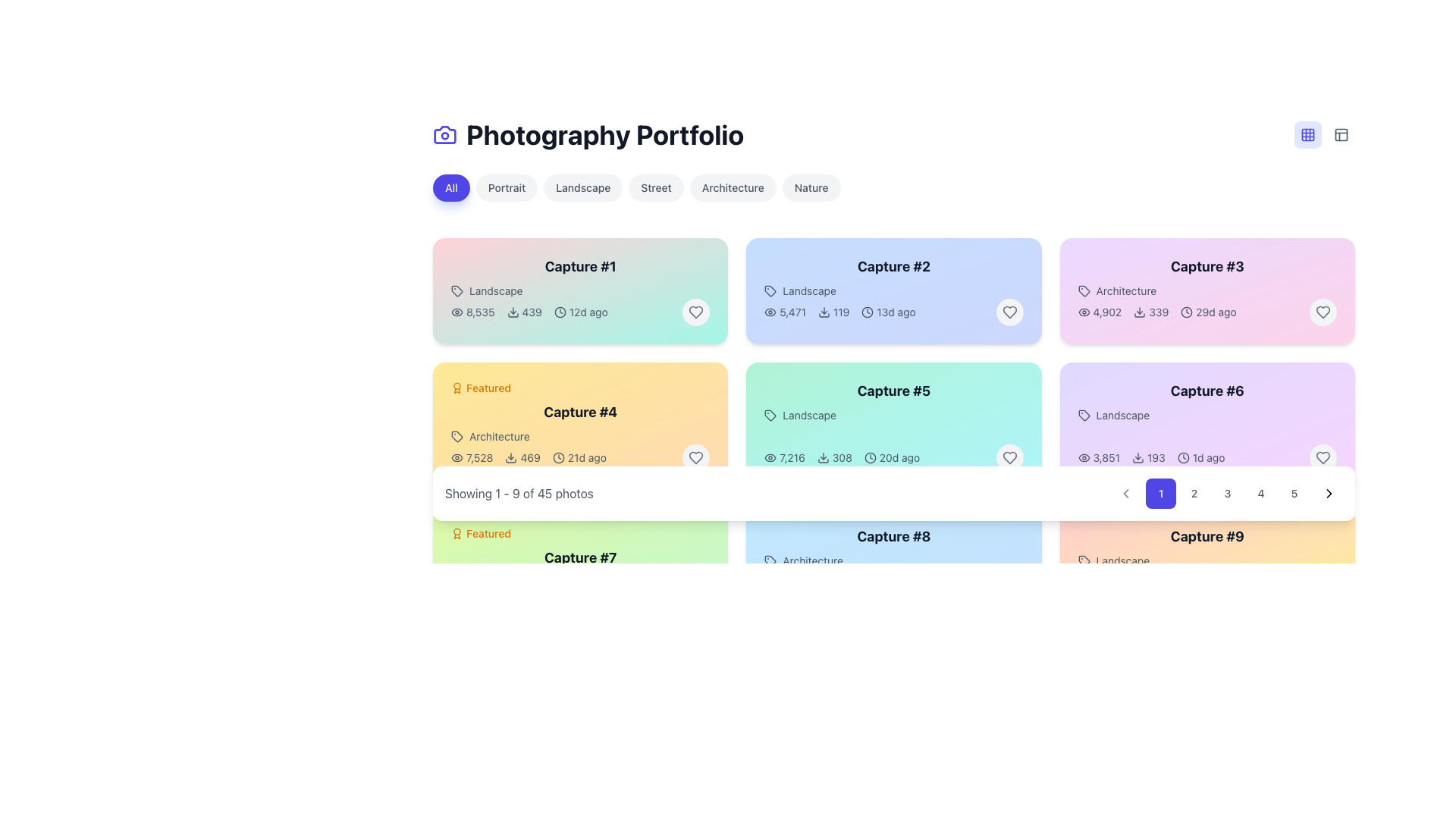  Describe the element at coordinates (1140, 312) in the screenshot. I see `the download icon resembling a downward-pointing arrow located at the top-right corner of the 'Capture #3' card, following the text '4,902'` at that location.